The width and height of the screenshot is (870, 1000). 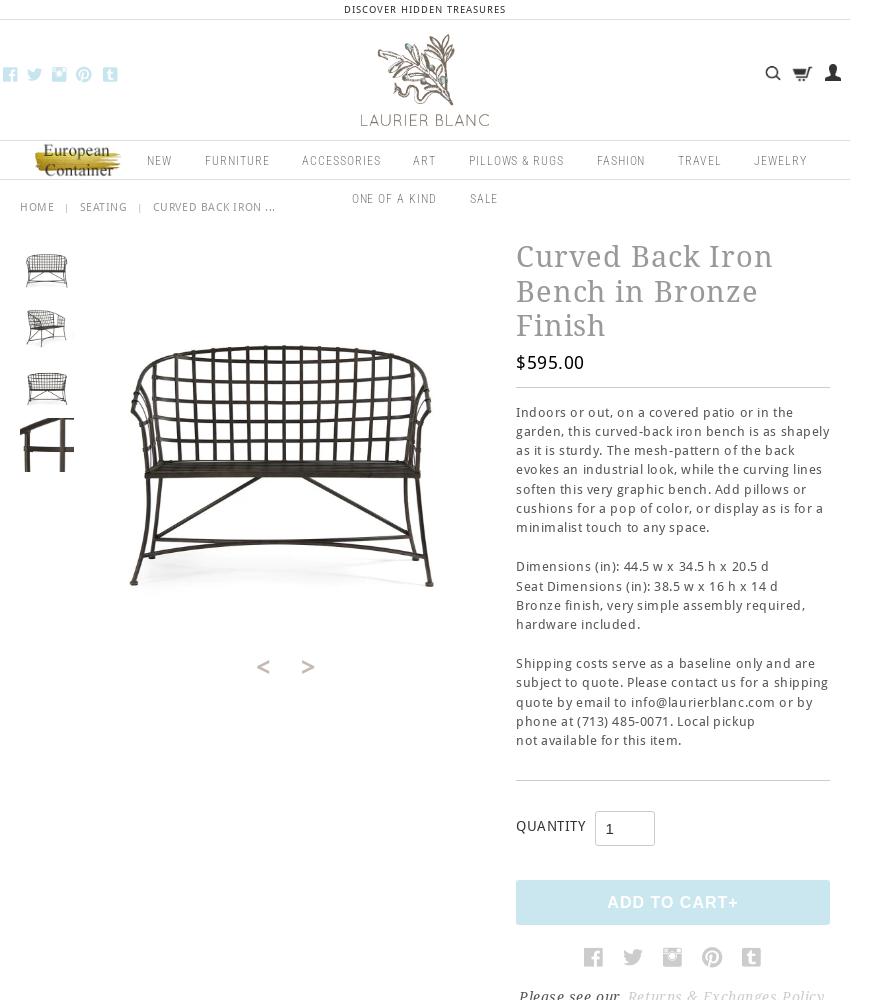 What do you see at coordinates (158, 160) in the screenshot?
I see `'New'` at bounding box center [158, 160].